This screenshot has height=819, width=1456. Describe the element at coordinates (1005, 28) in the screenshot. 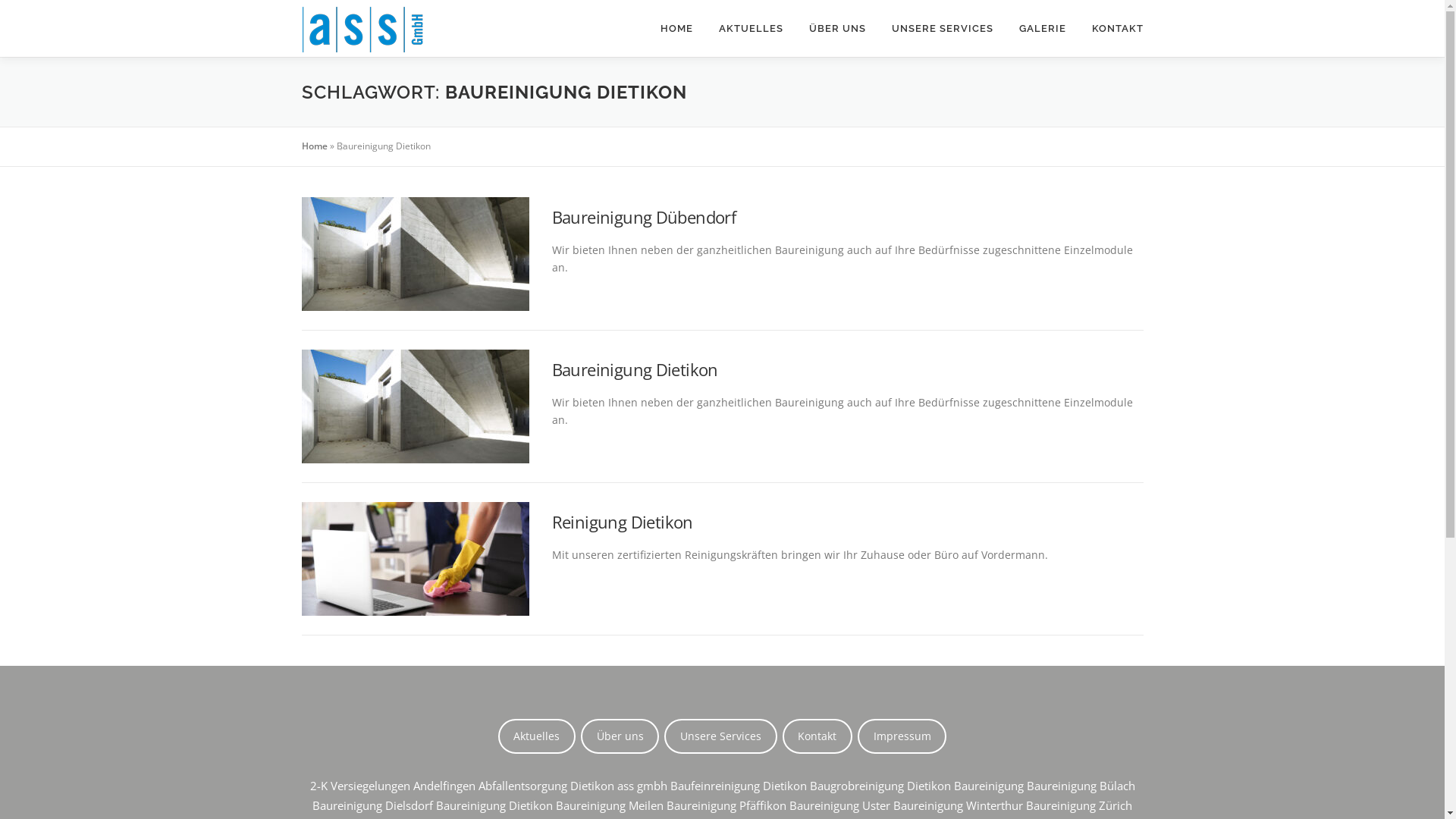

I see `'GALERIE'` at that location.